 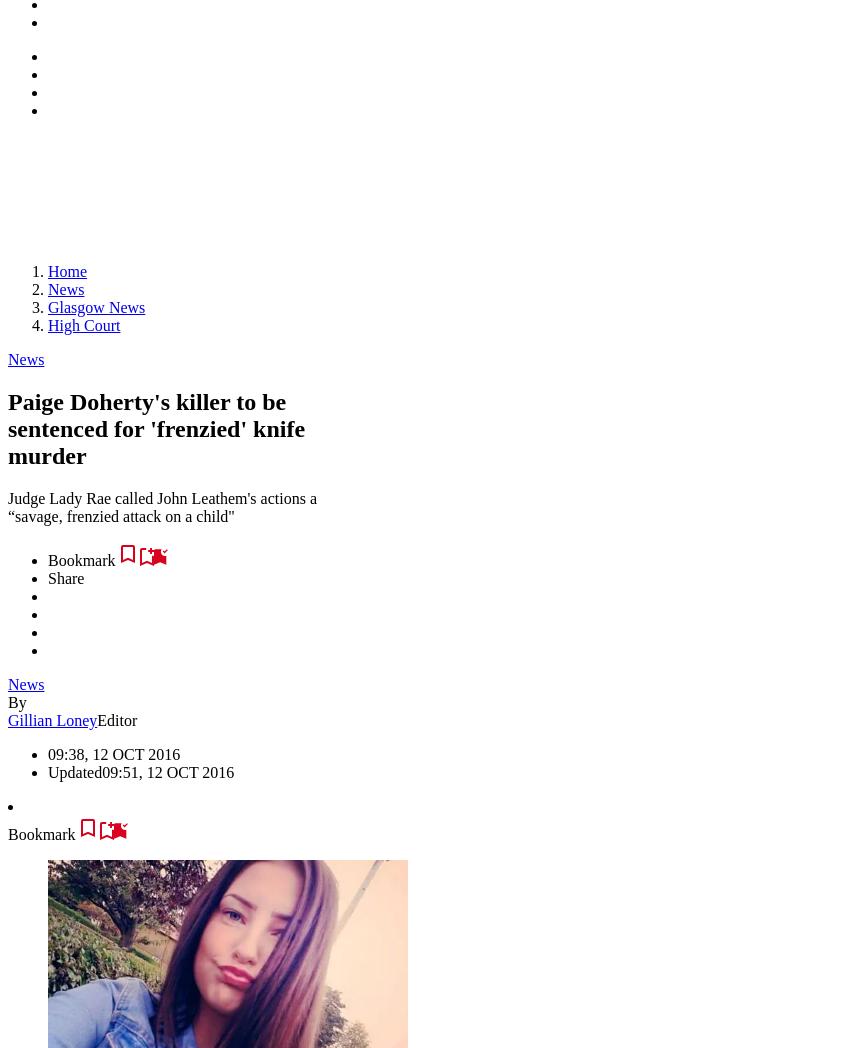 What do you see at coordinates (102, 771) in the screenshot?
I see `'09:51, 12 OCT 2016'` at bounding box center [102, 771].